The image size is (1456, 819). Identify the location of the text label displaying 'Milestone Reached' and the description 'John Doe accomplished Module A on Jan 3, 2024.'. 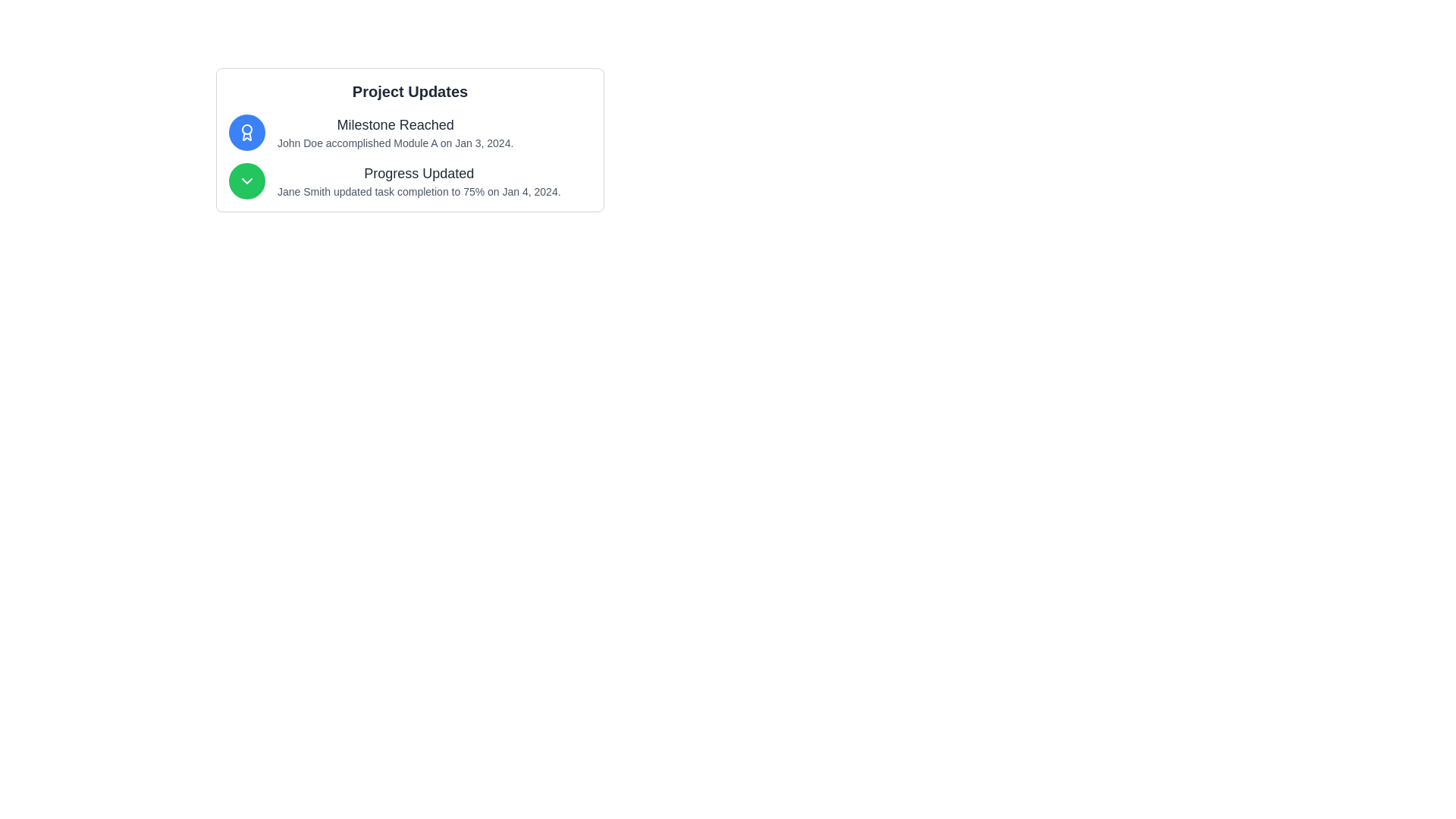
(395, 131).